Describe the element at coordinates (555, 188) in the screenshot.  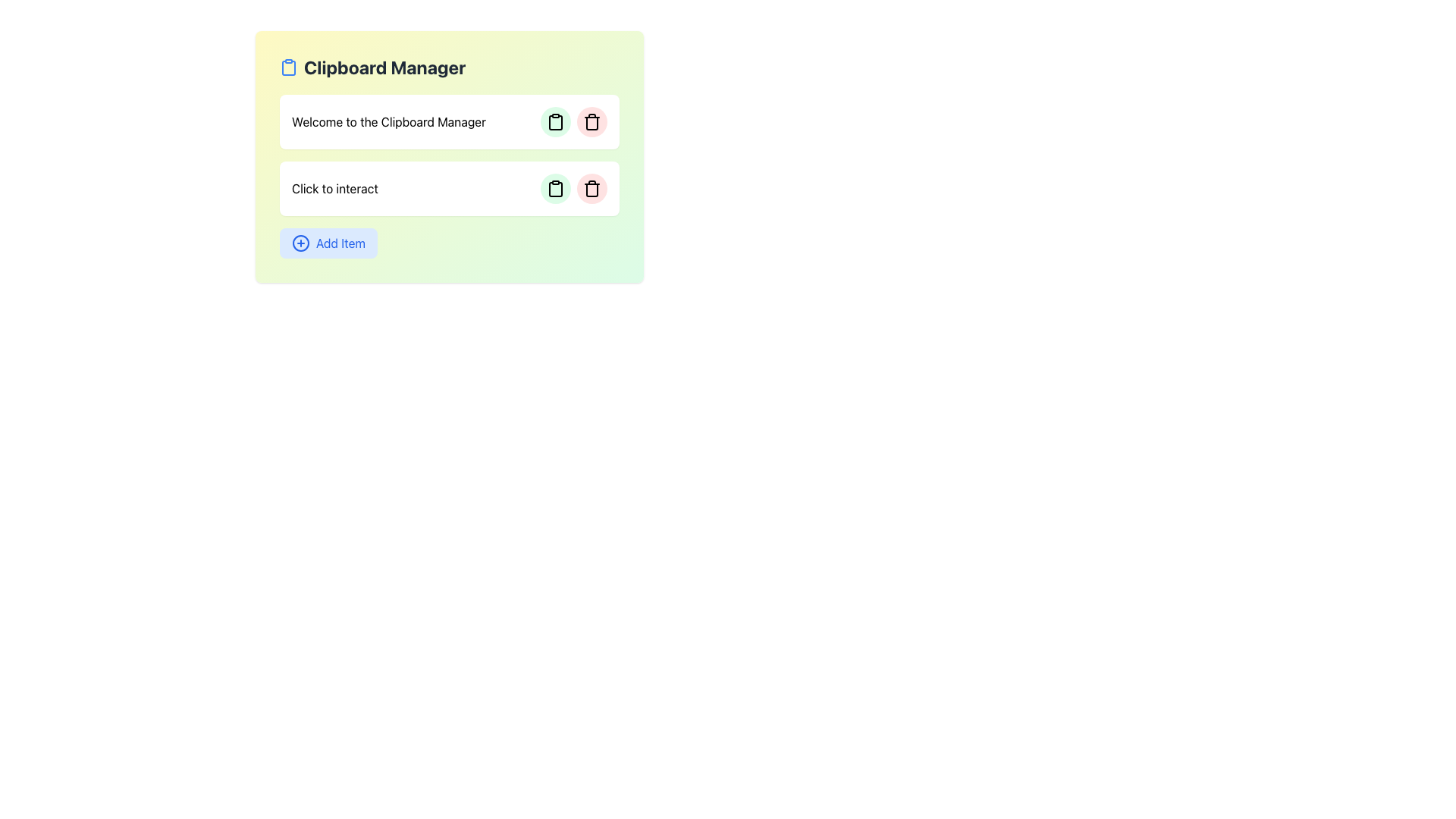
I see `the circular green button with a clipboard icon` at that location.